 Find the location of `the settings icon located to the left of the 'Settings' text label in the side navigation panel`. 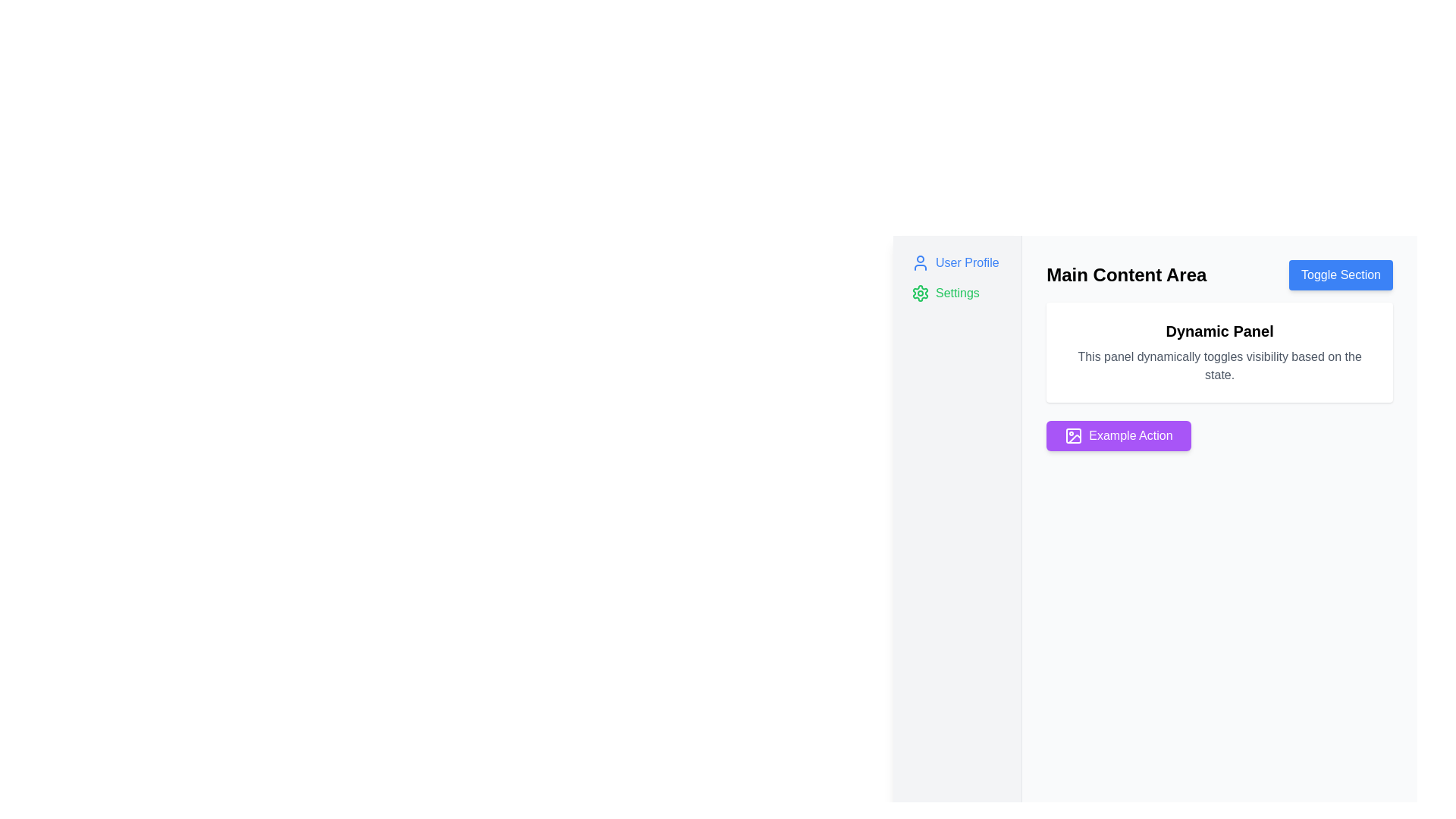

the settings icon located to the left of the 'Settings' text label in the side navigation panel is located at coordinates (920, 293).